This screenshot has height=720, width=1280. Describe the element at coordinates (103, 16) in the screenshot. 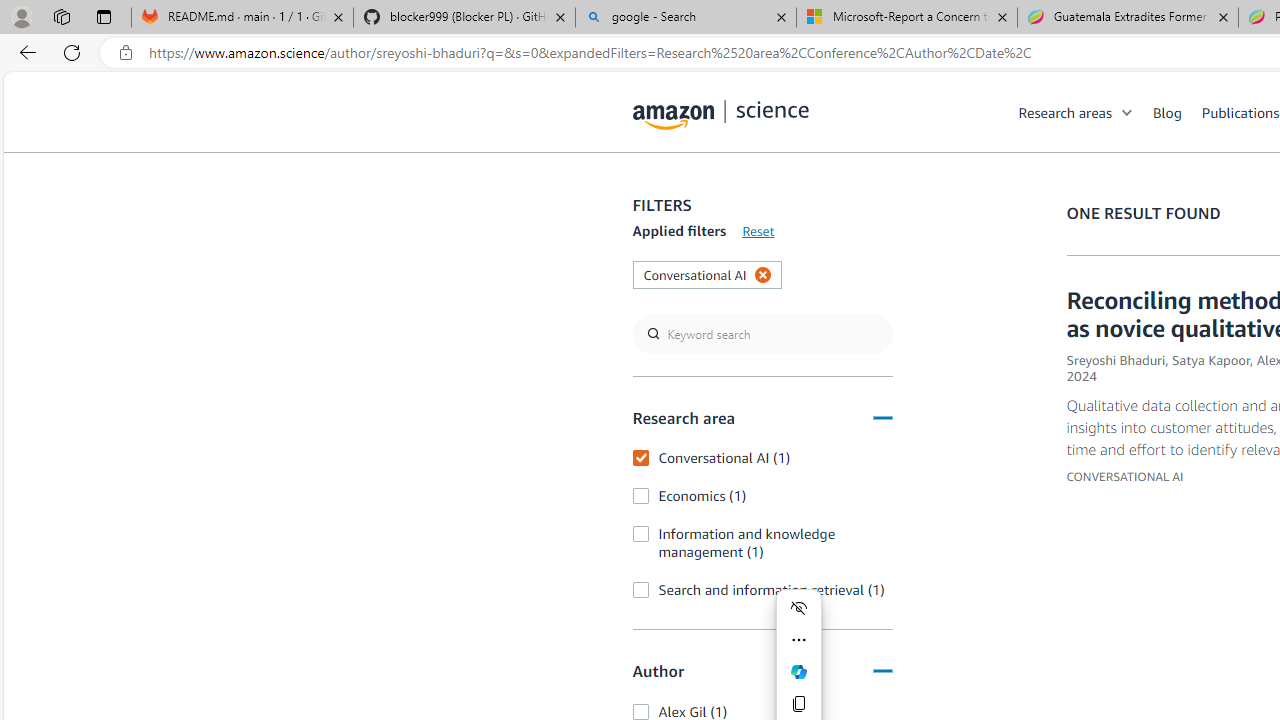

I see `'Tab actions menu'` at that location.